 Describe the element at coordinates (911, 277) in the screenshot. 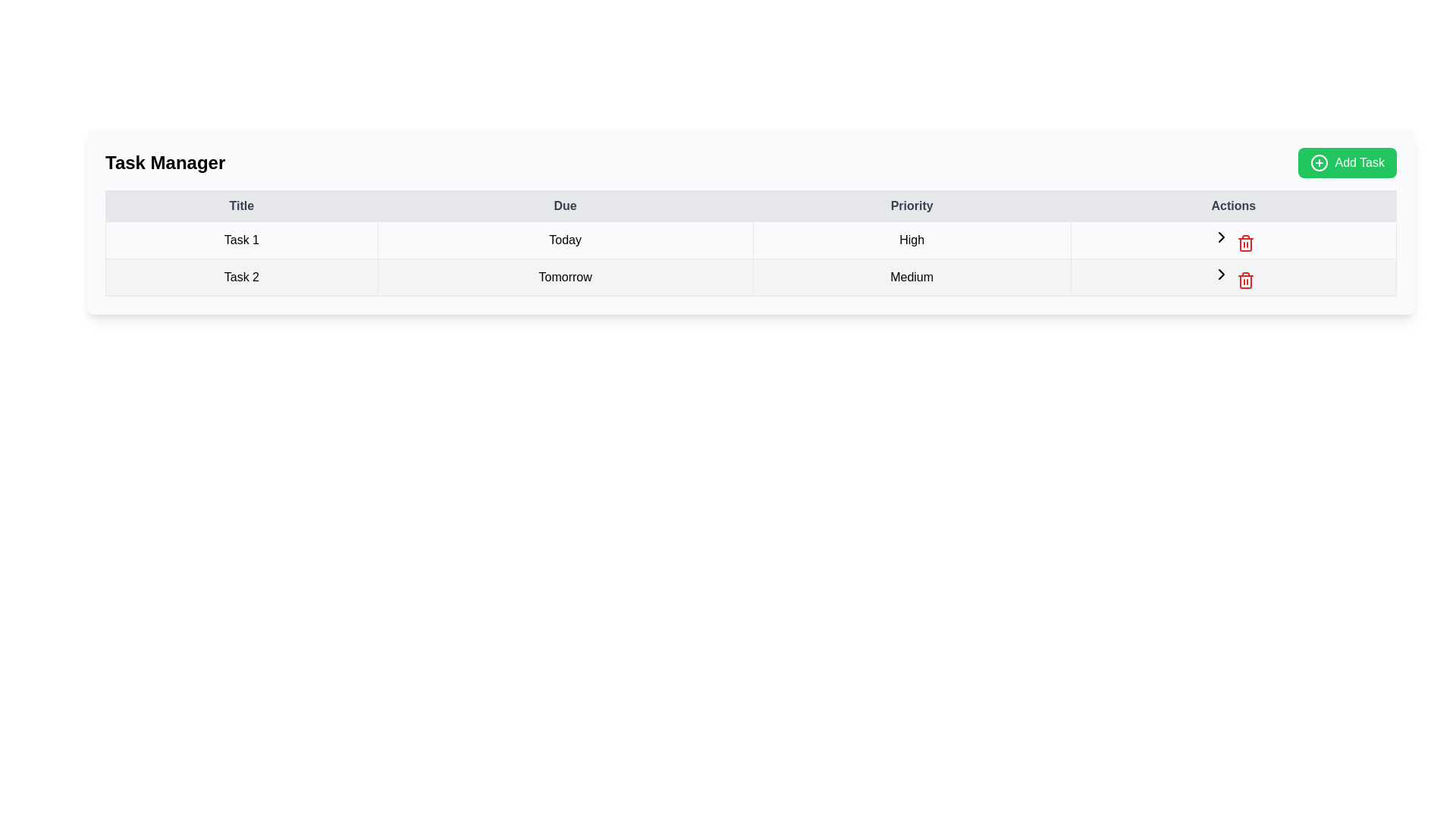

I see `the text cell displaying 'Medium' in the 'Priority' column of the task management table, specifically in the row labeled 'Task 2'` at that location.